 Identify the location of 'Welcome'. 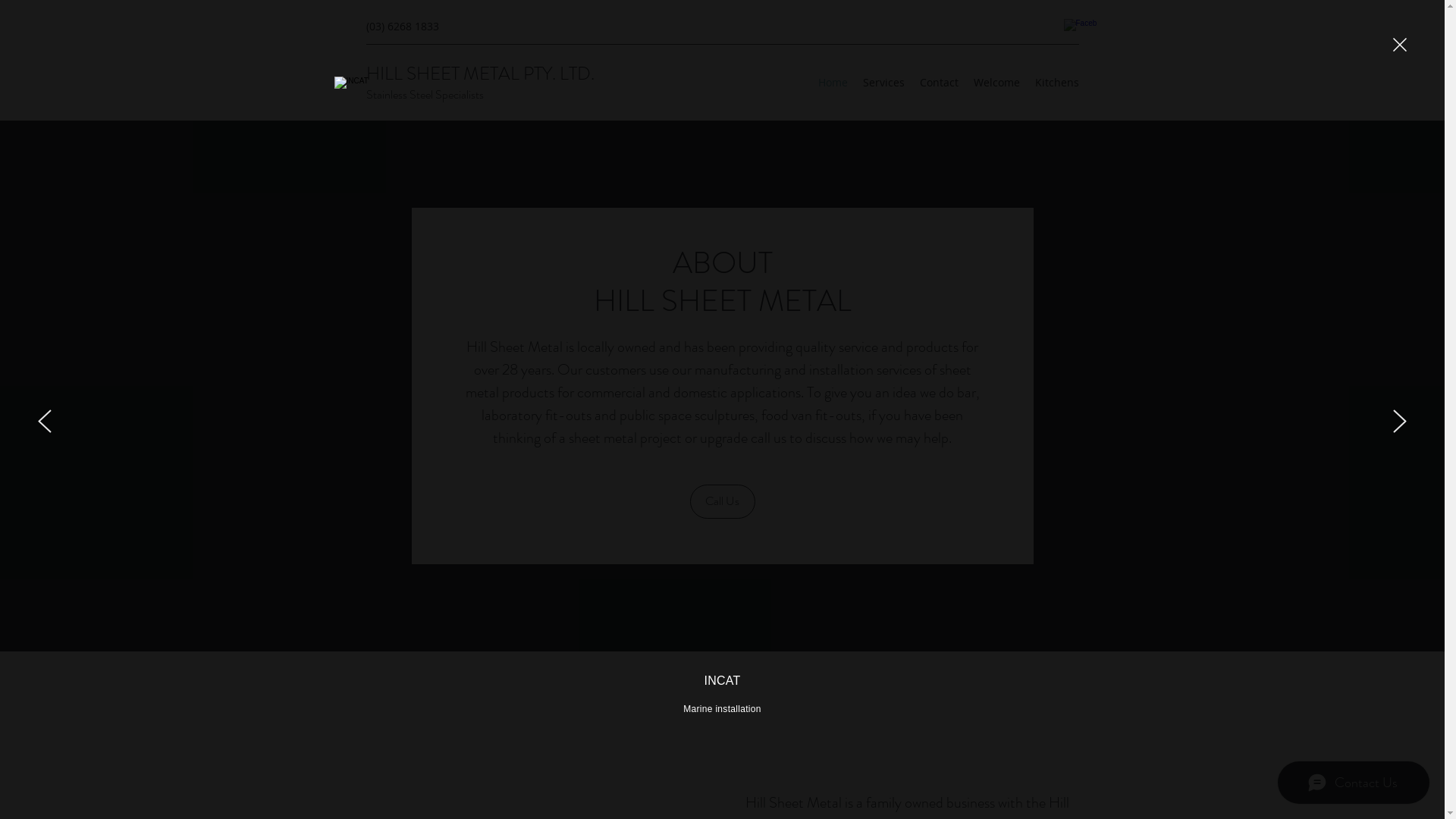
(996, 82).